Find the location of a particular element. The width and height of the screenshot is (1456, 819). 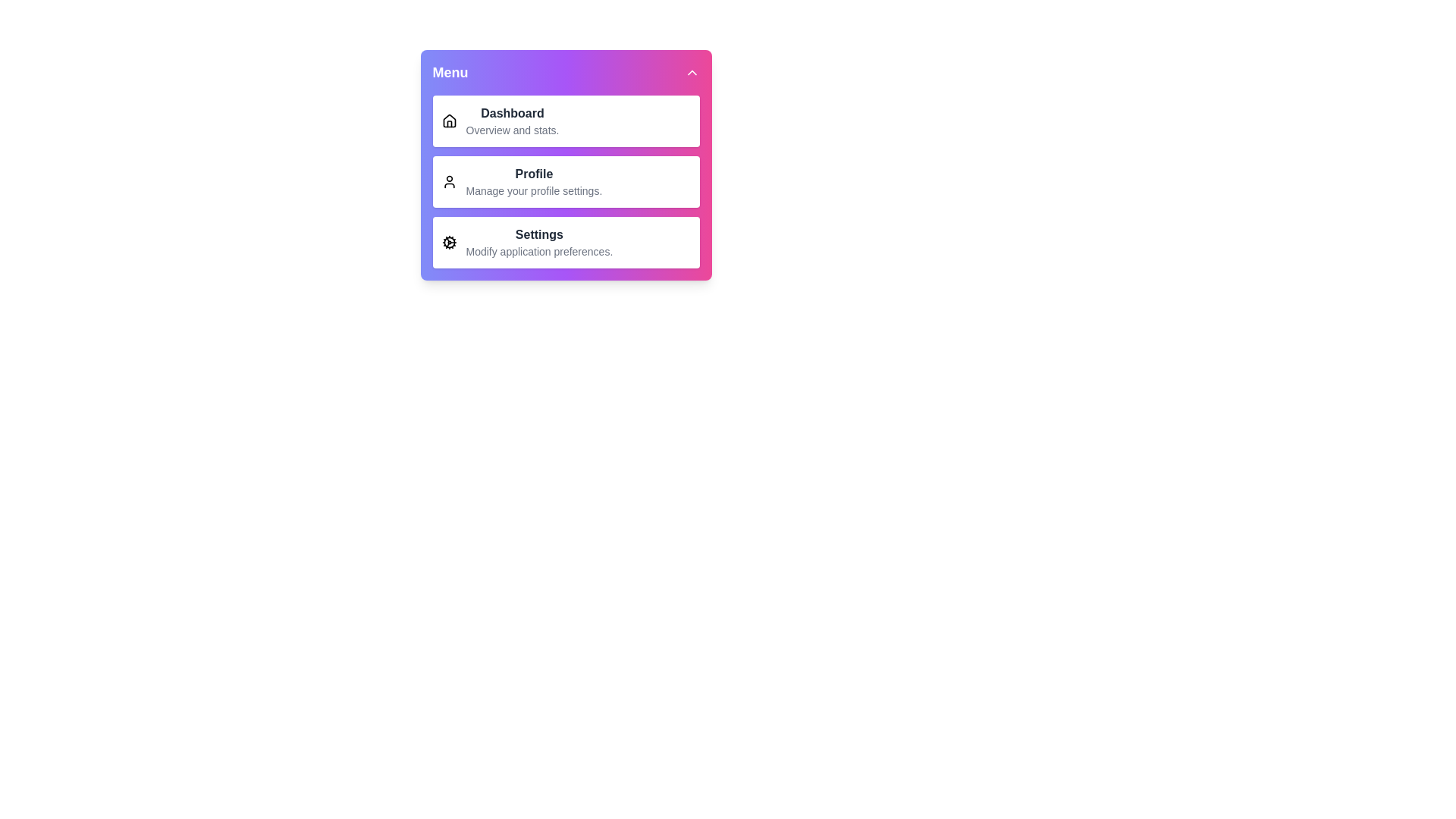

the header of the sidebar menu to toggle its expanded state is located at coordinates (565, 73).